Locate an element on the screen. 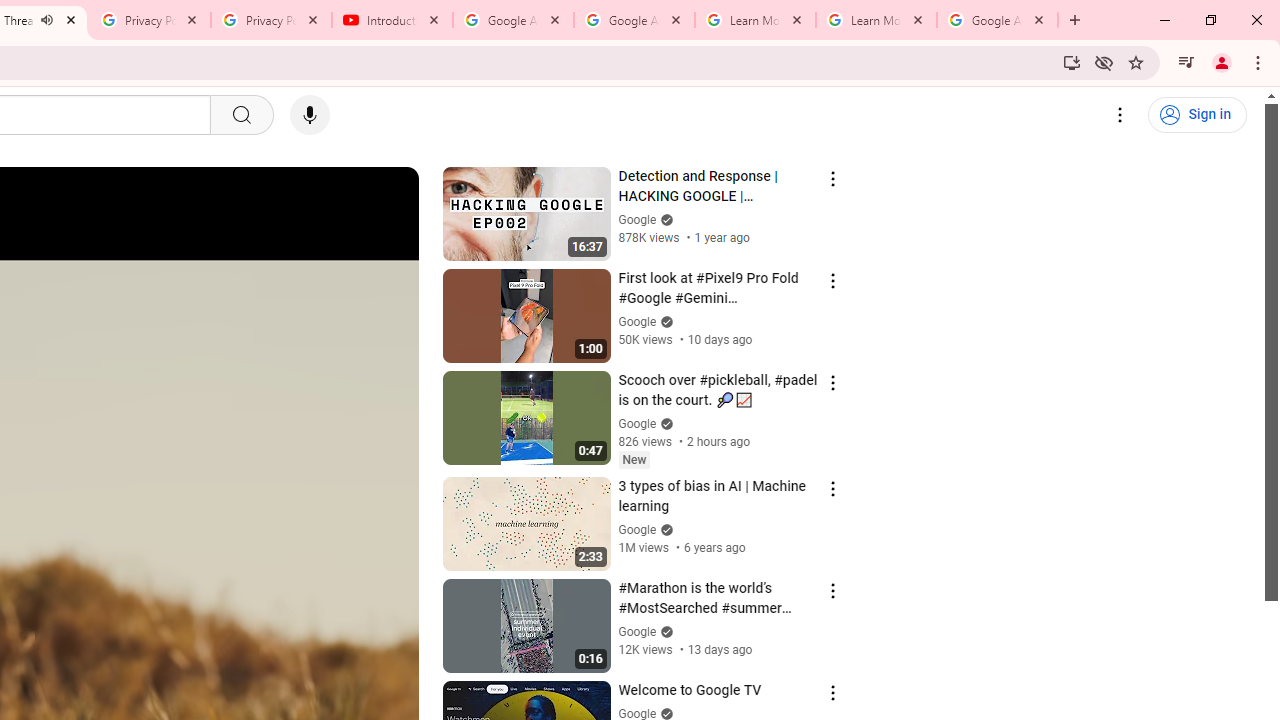 Image resolution: width=1280 pixels, height=720 pixels. 'Install YouTube' is located at coordinates (1071, 61).